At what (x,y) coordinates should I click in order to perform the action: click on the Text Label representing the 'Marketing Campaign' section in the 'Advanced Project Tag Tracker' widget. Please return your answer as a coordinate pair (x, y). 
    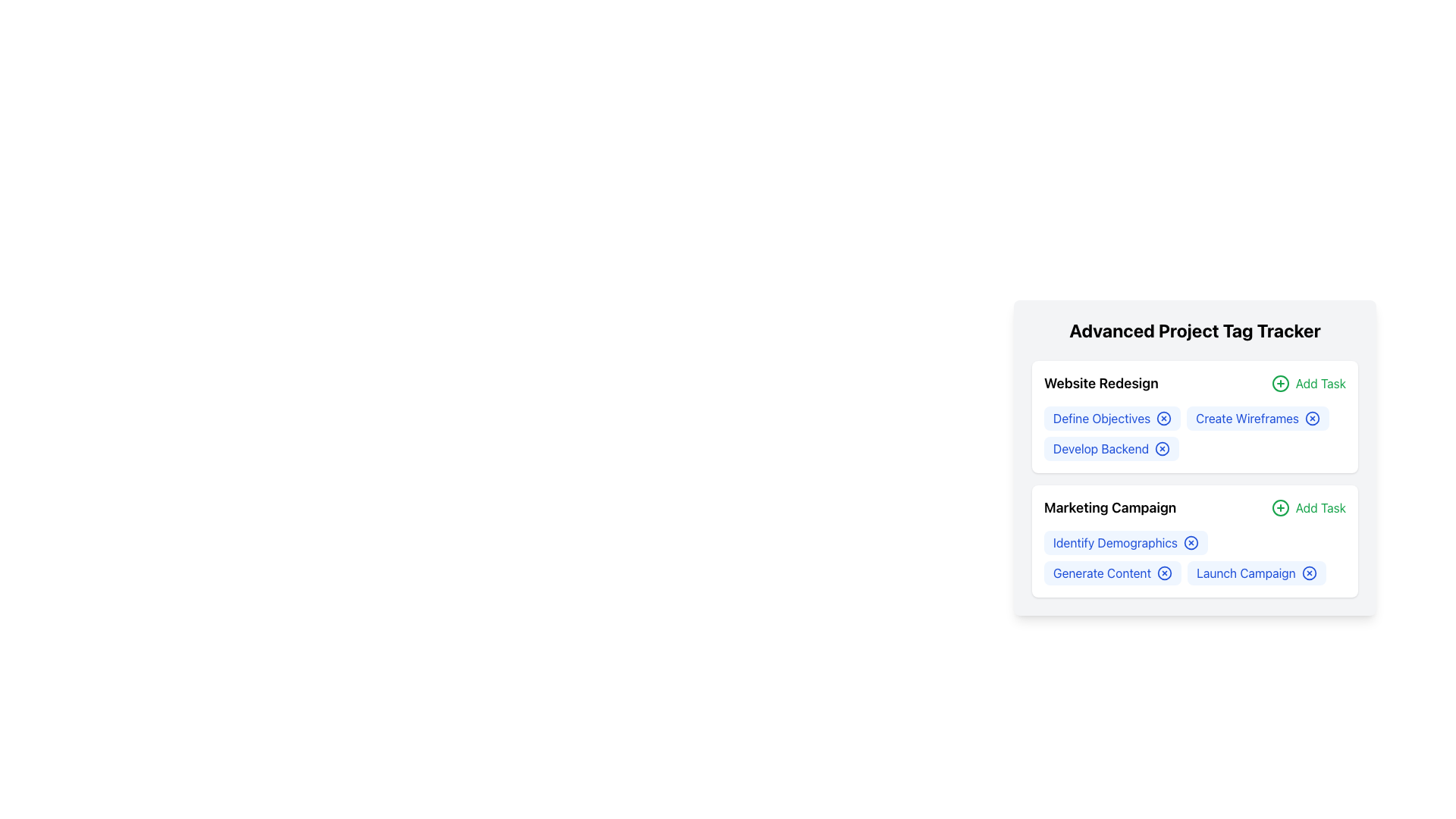
    Looking at the image, I should click on (1102, 573).